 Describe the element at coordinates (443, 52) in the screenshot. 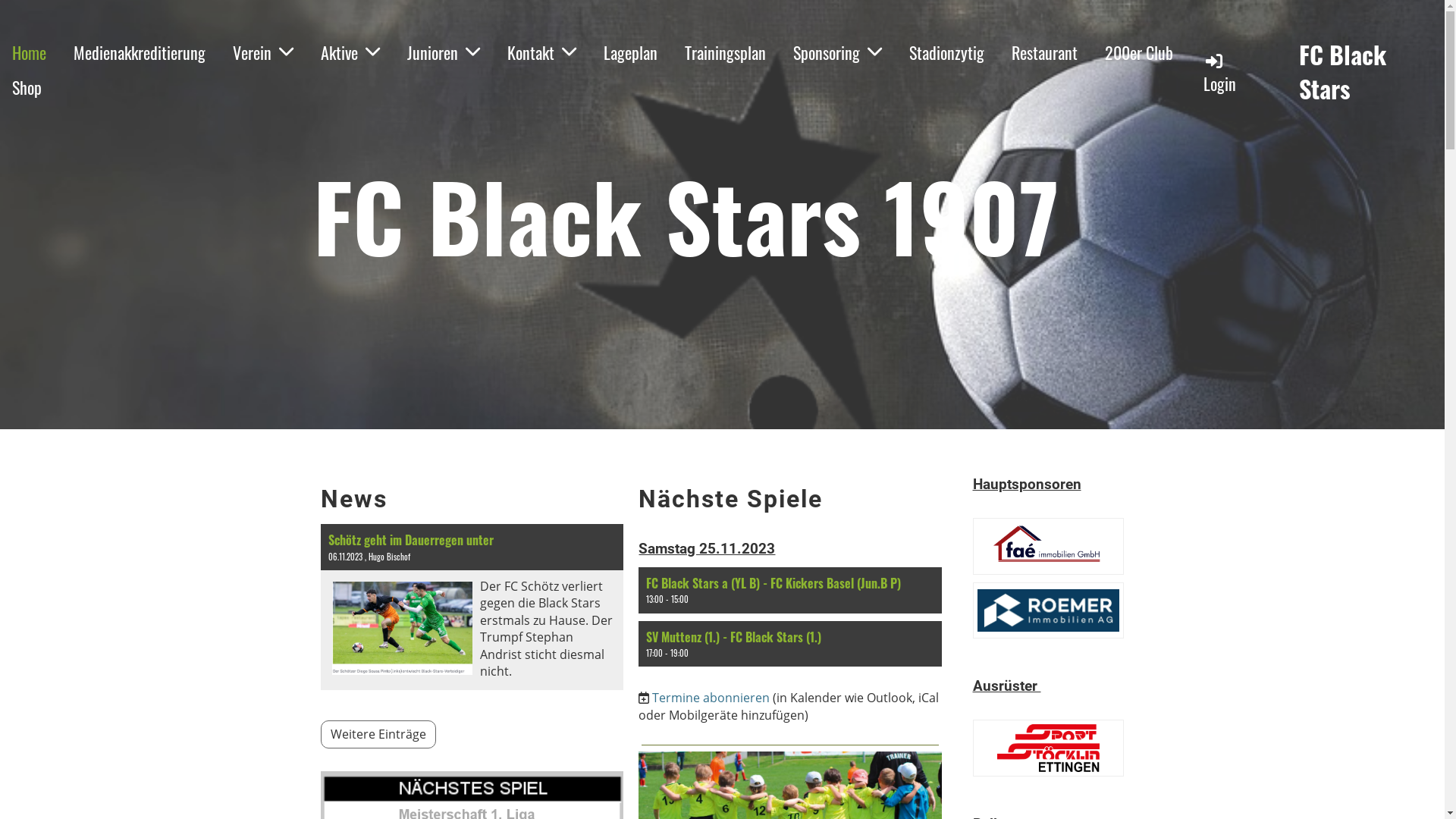

I see `'Junioren'` at that location.